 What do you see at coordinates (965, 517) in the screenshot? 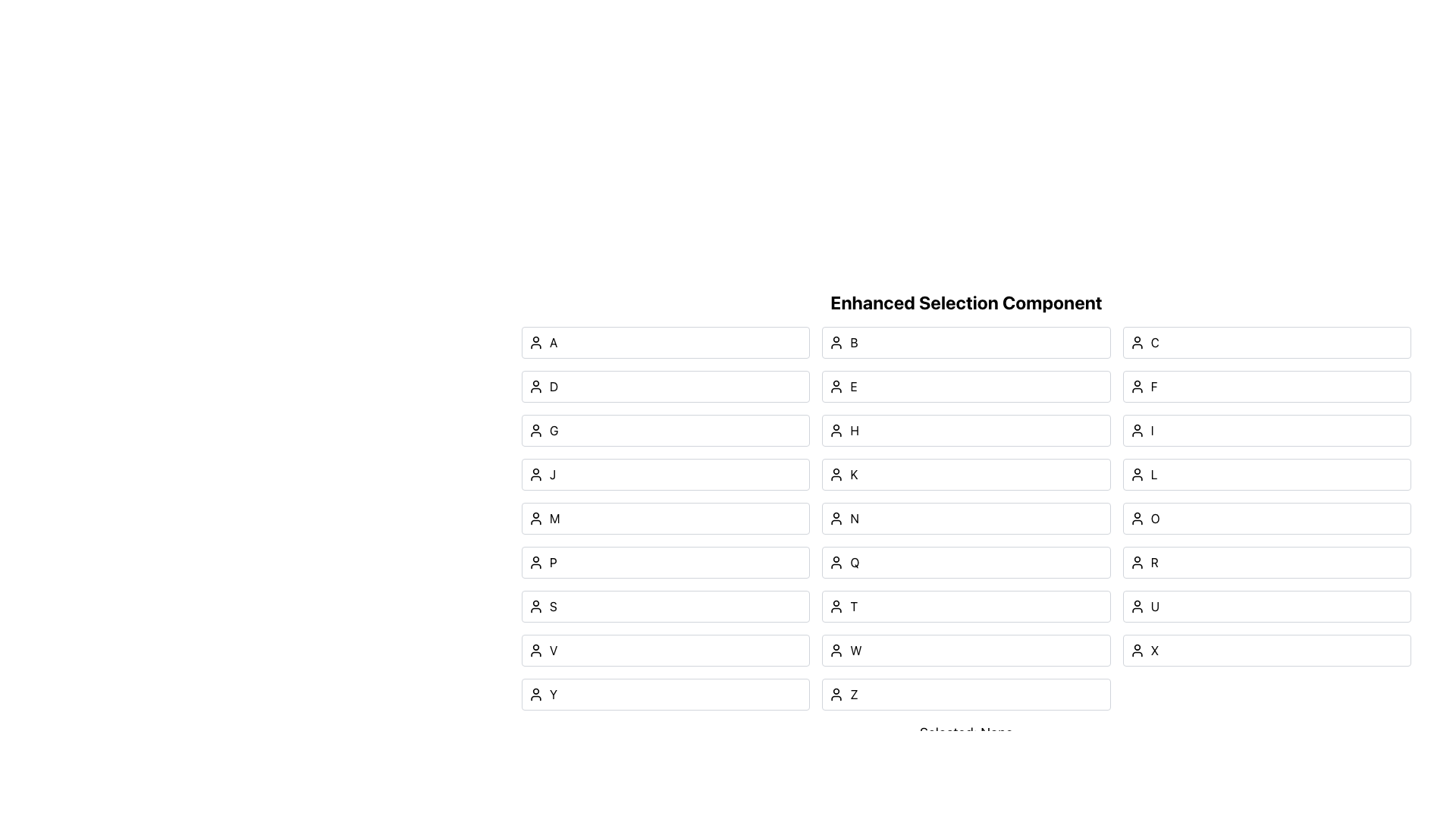
I see `the selectable button-like element representing the letter 'N' located in the ninth row and second column of the grid layout` at bounding box center [965, 517].